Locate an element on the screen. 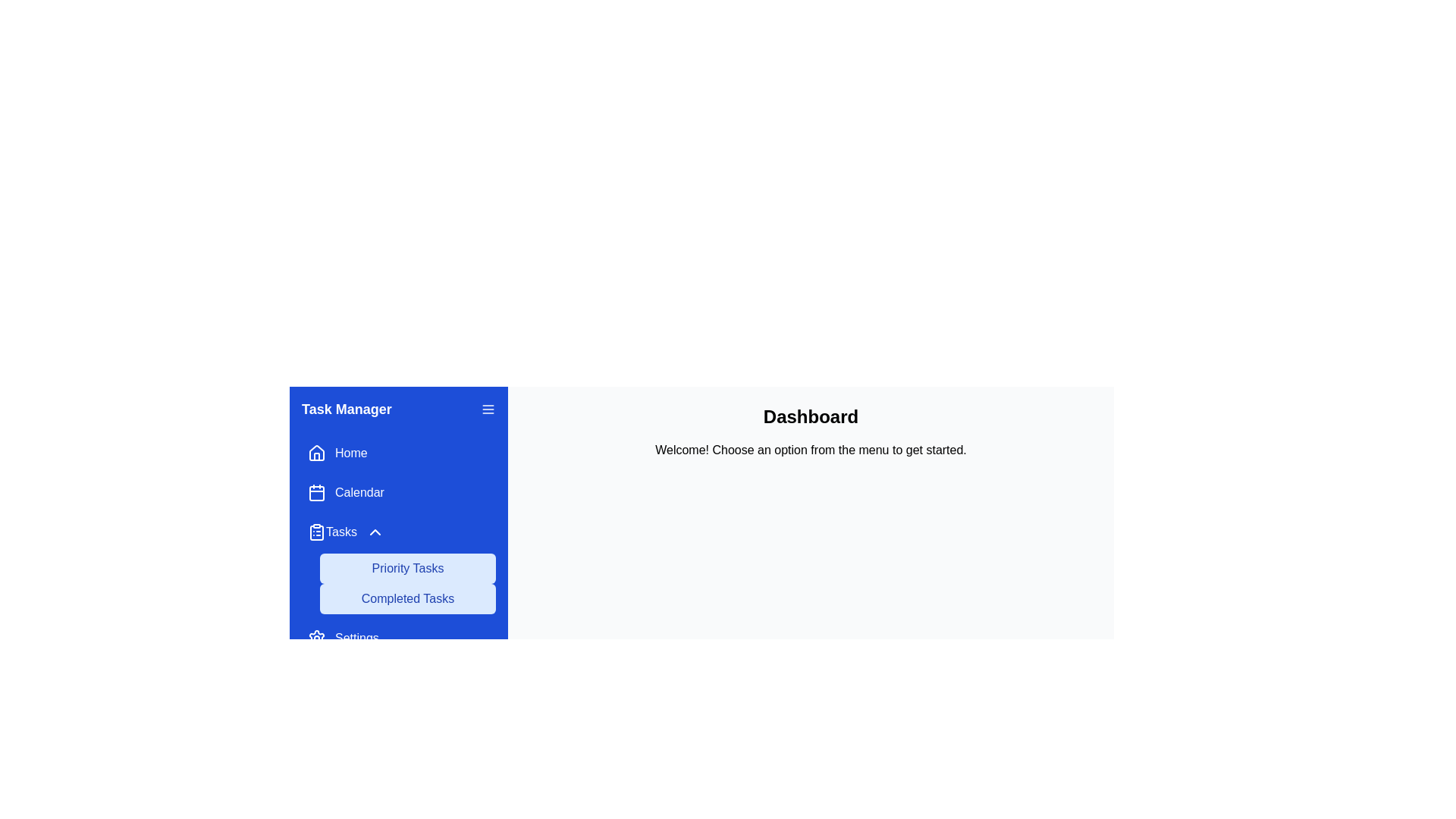 Image resolution: width=1456 pixels, height=819 pixels. text from the Text Block (Heading) element displaying 'Dashboard', which is styled with bold and large font, located at the top of the main content area is located at coordinates (810, 417).